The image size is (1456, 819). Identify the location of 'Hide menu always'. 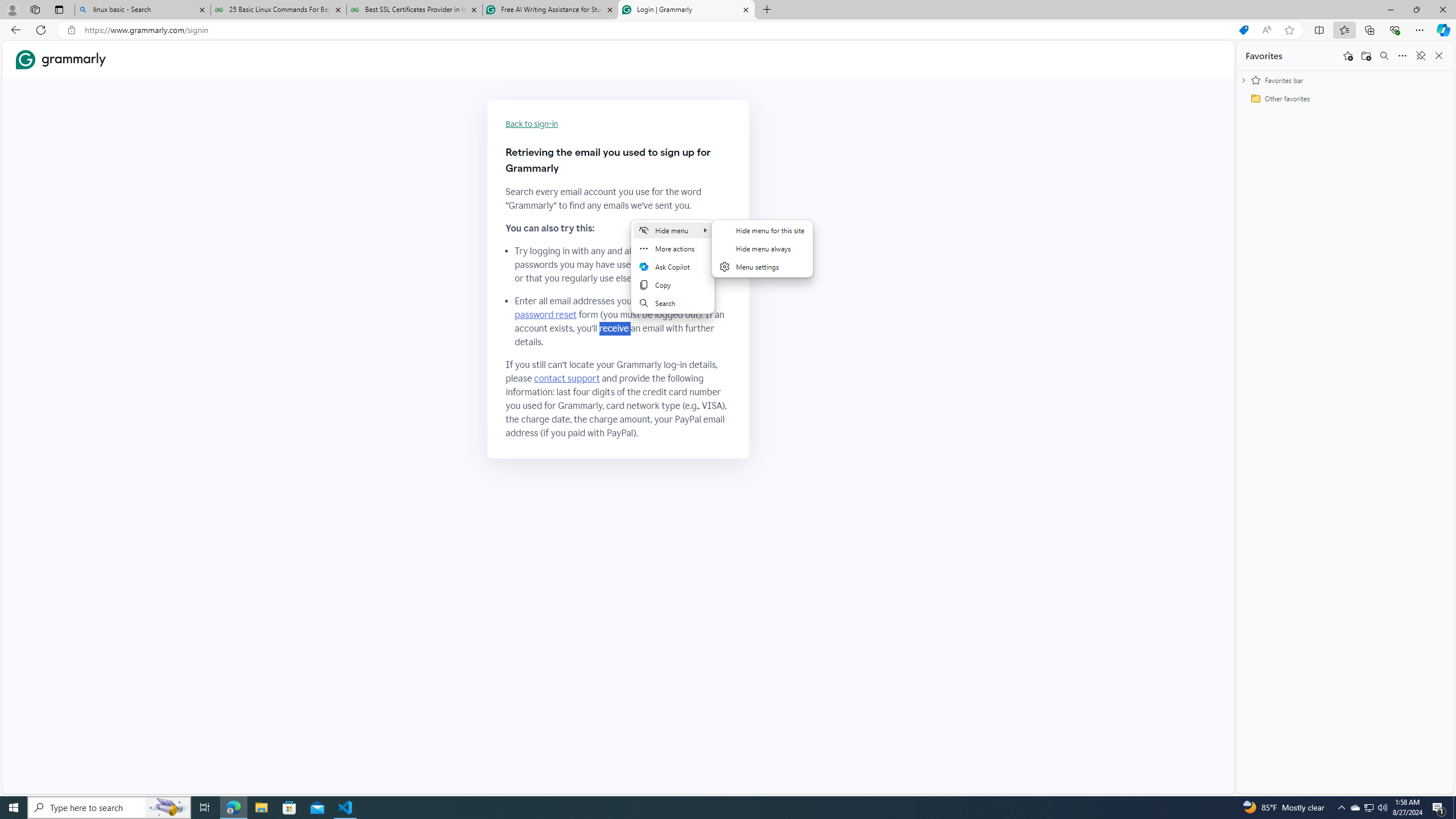
(762, 248).